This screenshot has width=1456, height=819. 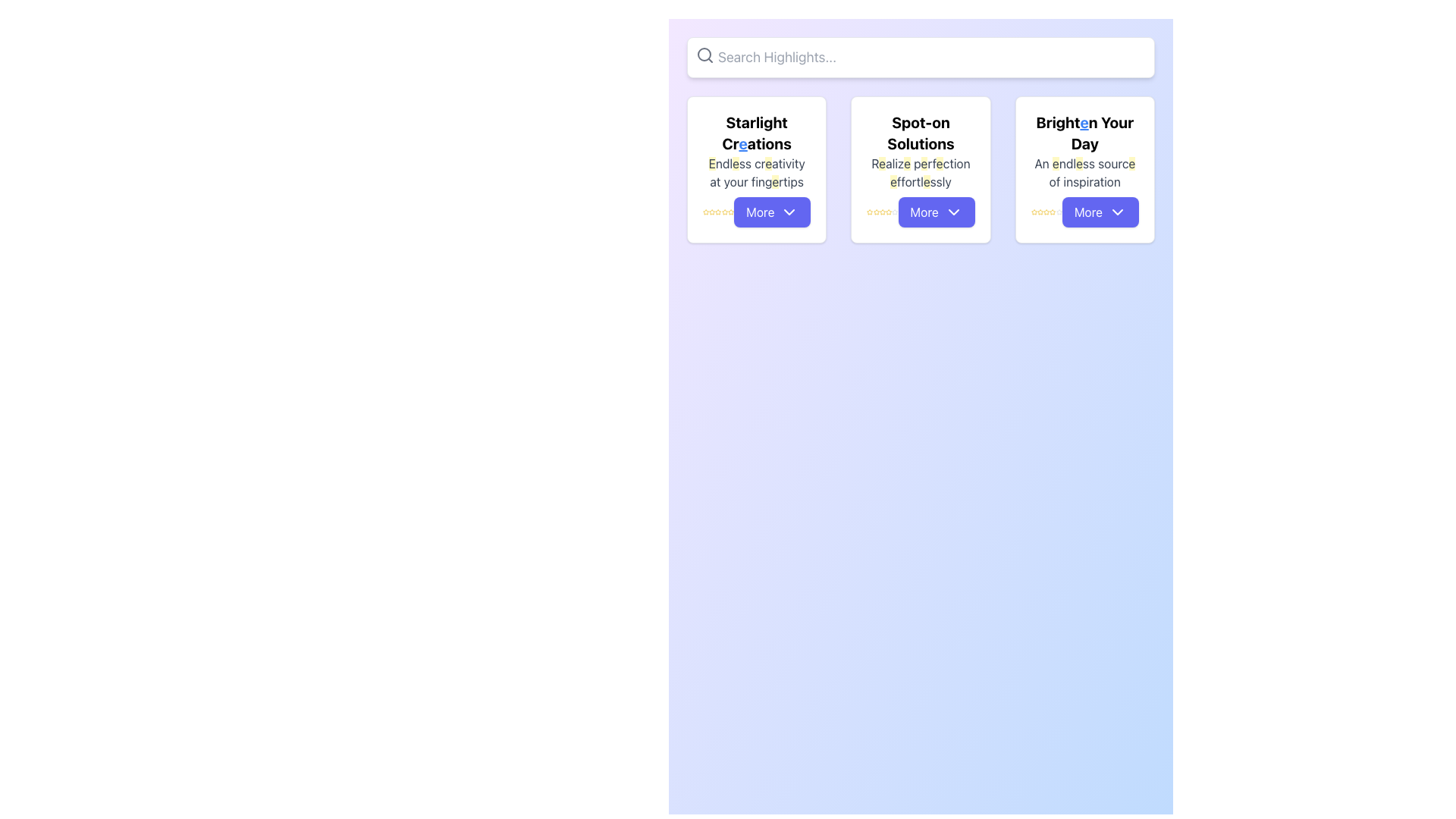 I want to click on the text snippet 'ndl' which is part of the description of the third card titled 'Brighten Your Day', located in the second horizontal row of text that reads 'An endless source of inspiration.', so click(x=1066, y=164).